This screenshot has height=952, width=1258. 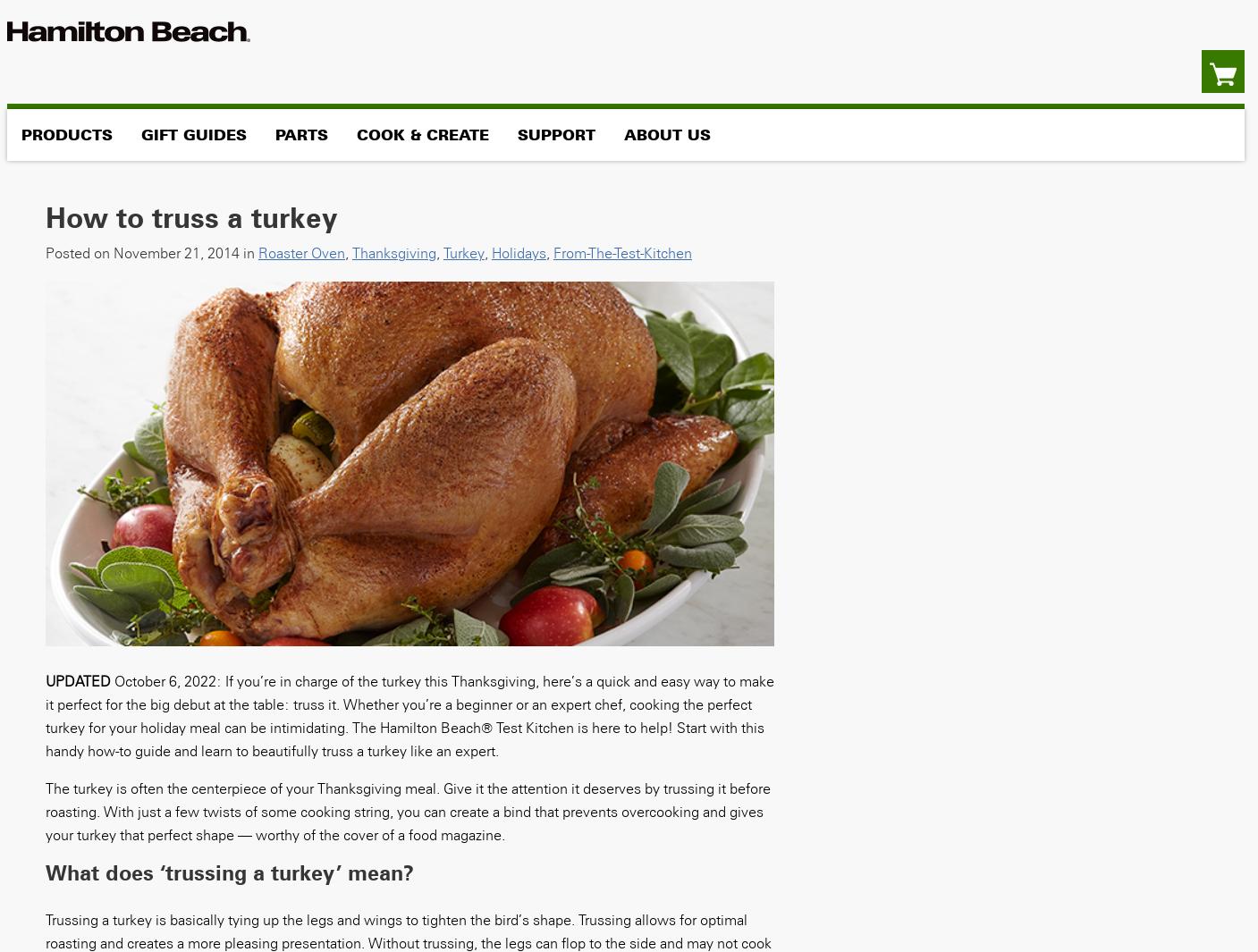 What do you see at coordinates (192, 133) in the screenshot?
I see `'Gift Guides'` at bounding box center [192, 133].